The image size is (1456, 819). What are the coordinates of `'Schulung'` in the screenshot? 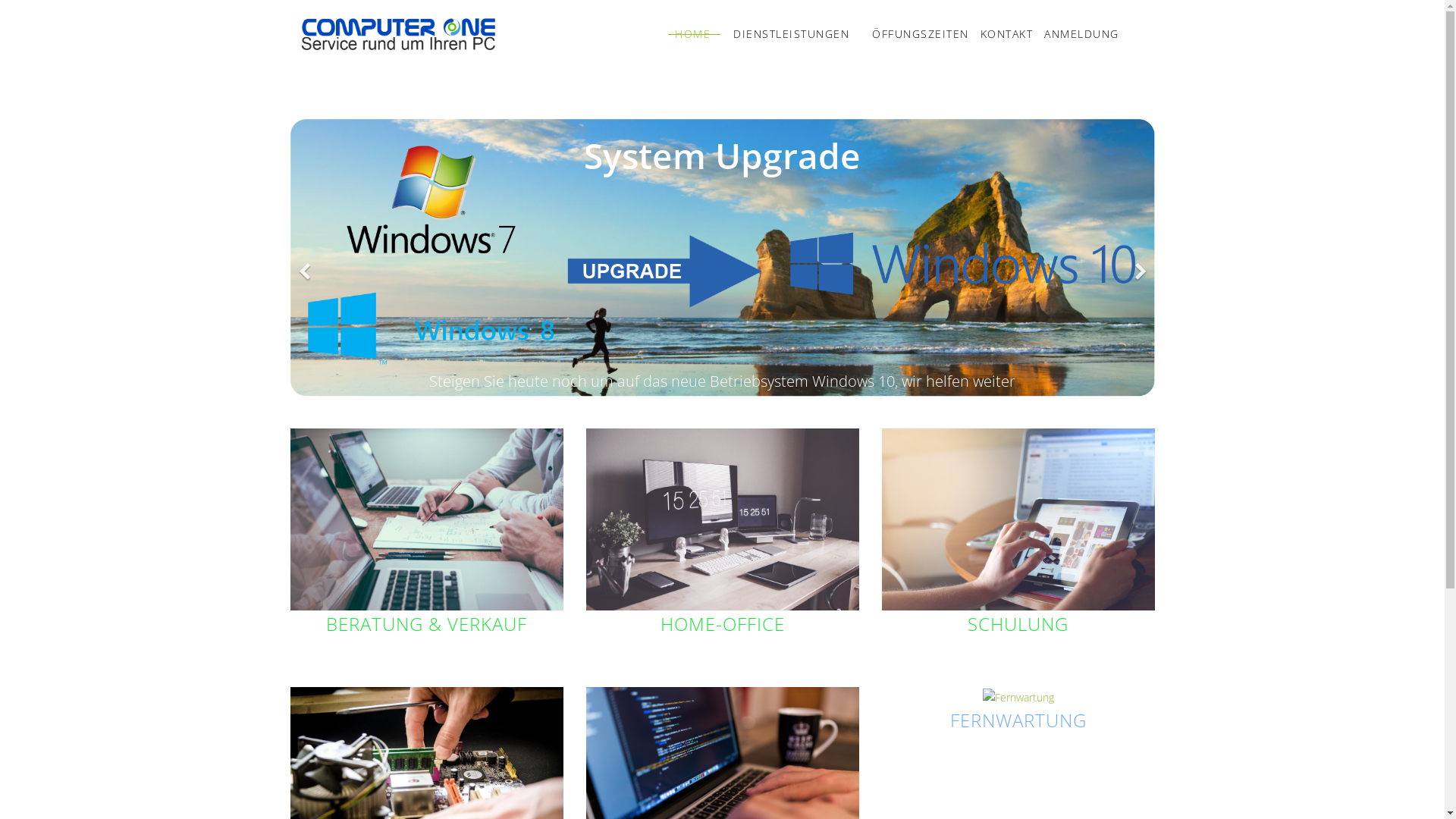 It's located at (880, 519).